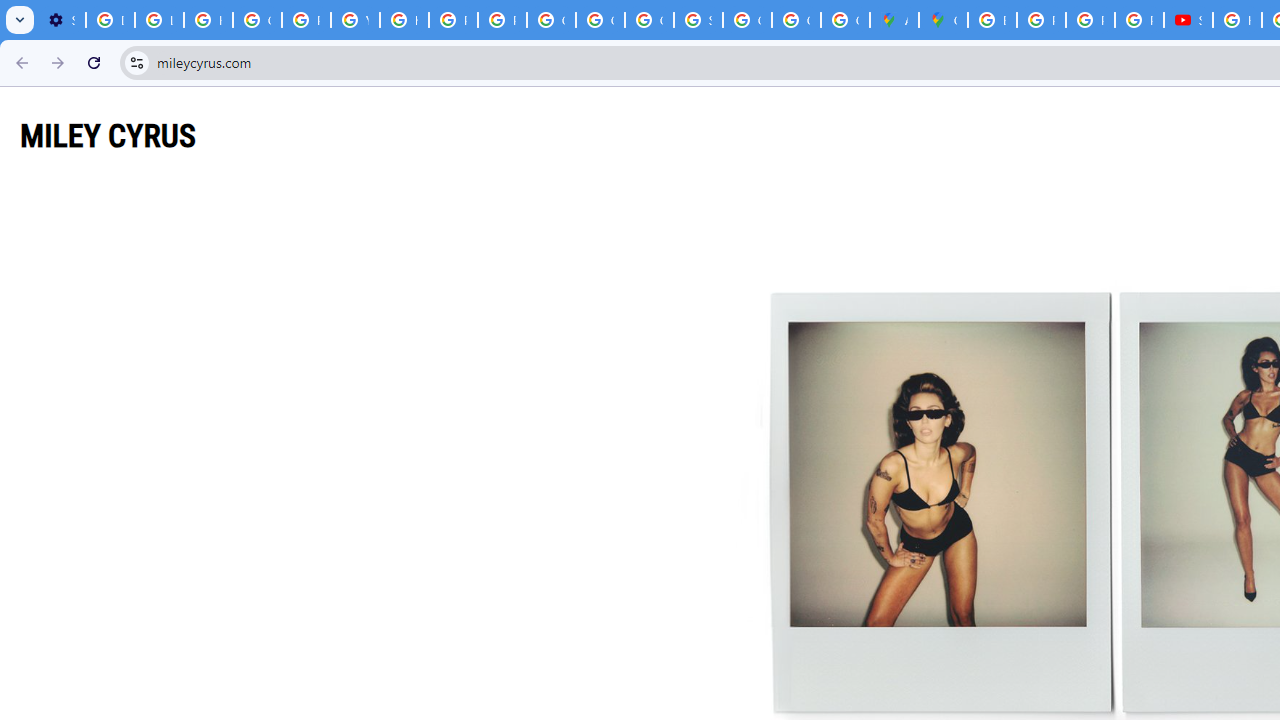 The image size is (1280, 720). I want to click on 'MILEY CYRUS', so click(107, 135).